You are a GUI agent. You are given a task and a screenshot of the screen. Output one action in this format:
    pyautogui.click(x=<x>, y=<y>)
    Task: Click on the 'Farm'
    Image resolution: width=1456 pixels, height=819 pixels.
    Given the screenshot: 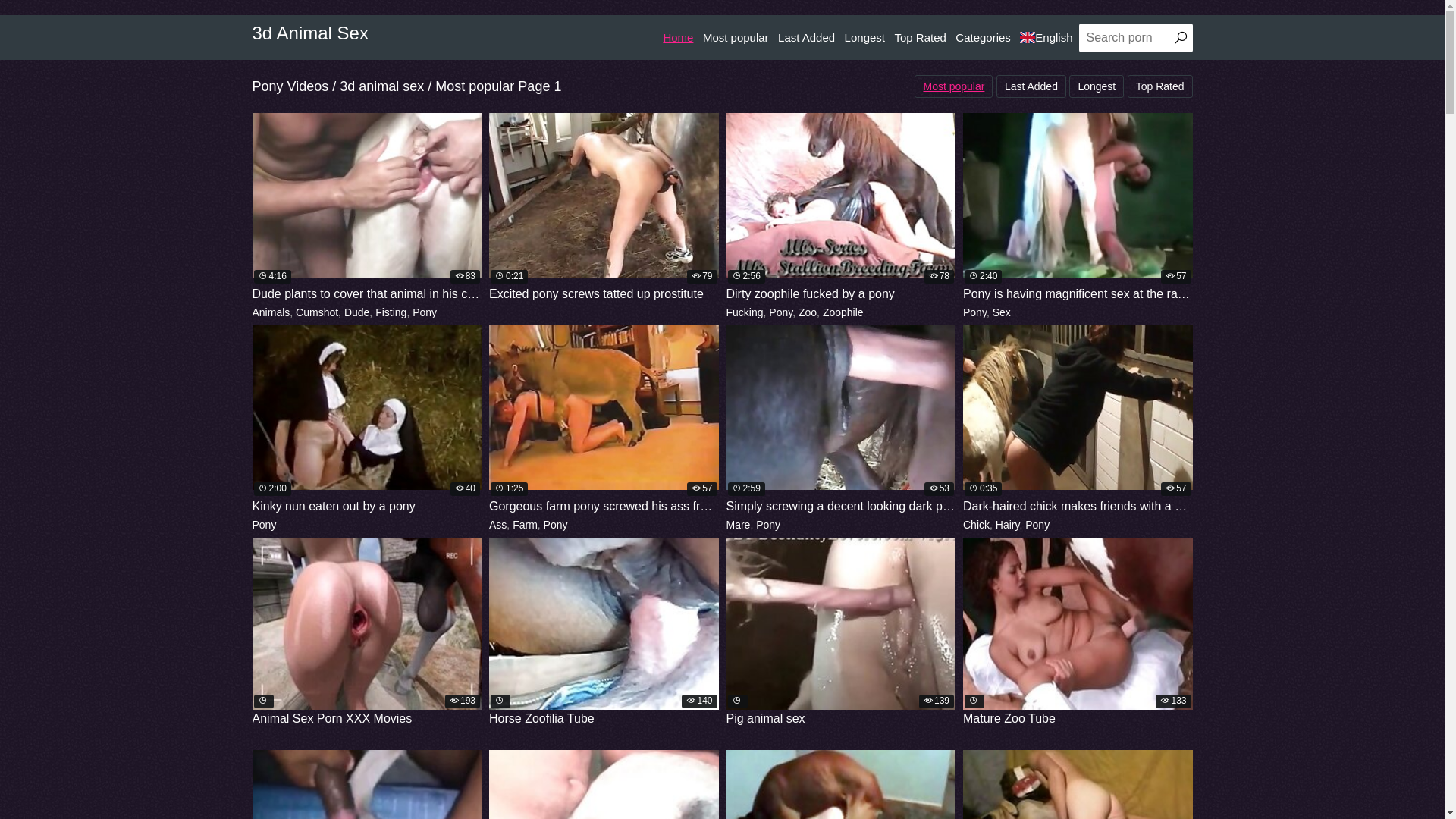 What is the action you would take?
    pyautogui.click(x=525, y=523)
    